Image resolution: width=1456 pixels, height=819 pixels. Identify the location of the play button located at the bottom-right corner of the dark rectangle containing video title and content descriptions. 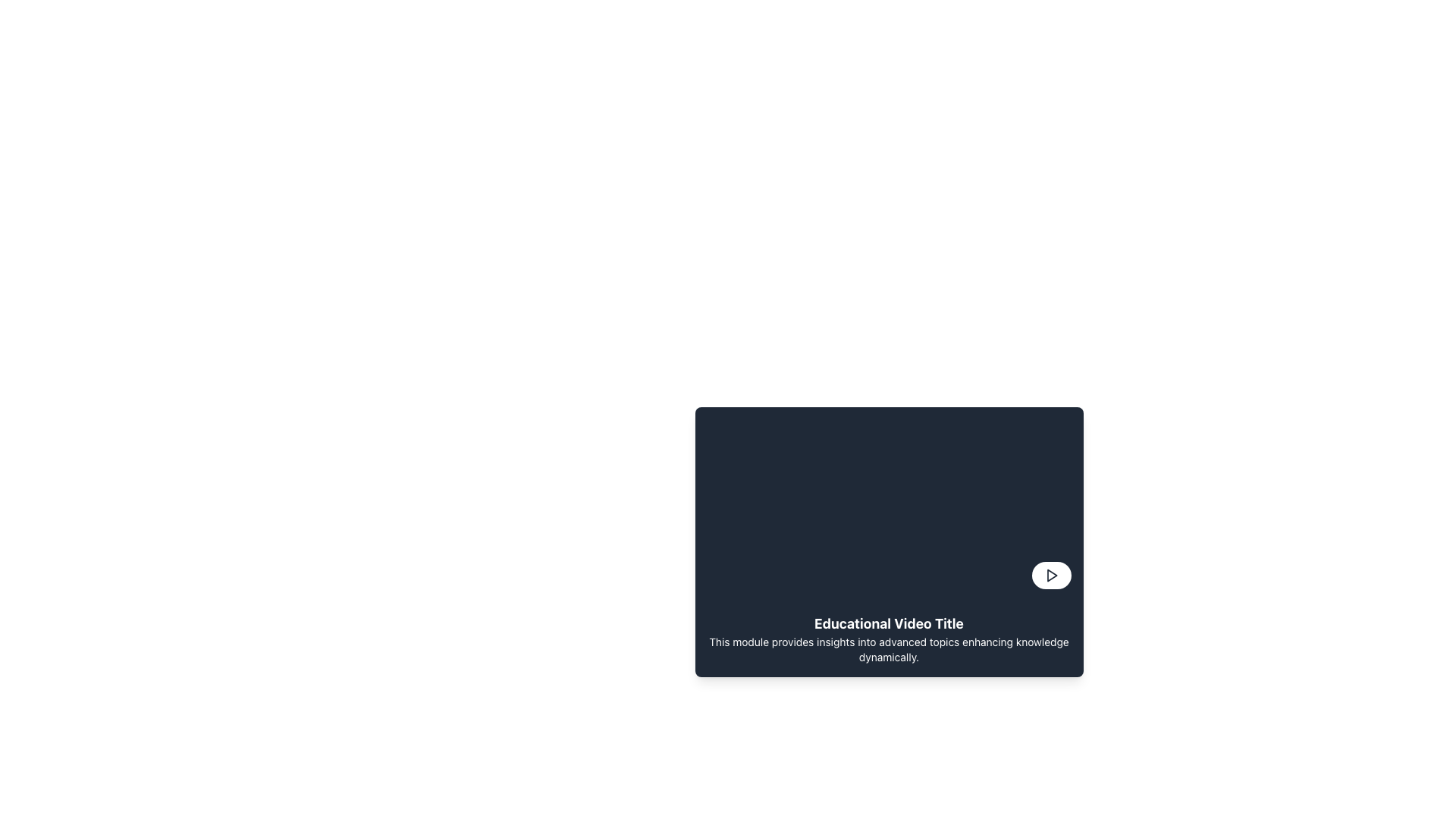
(1050, 576).